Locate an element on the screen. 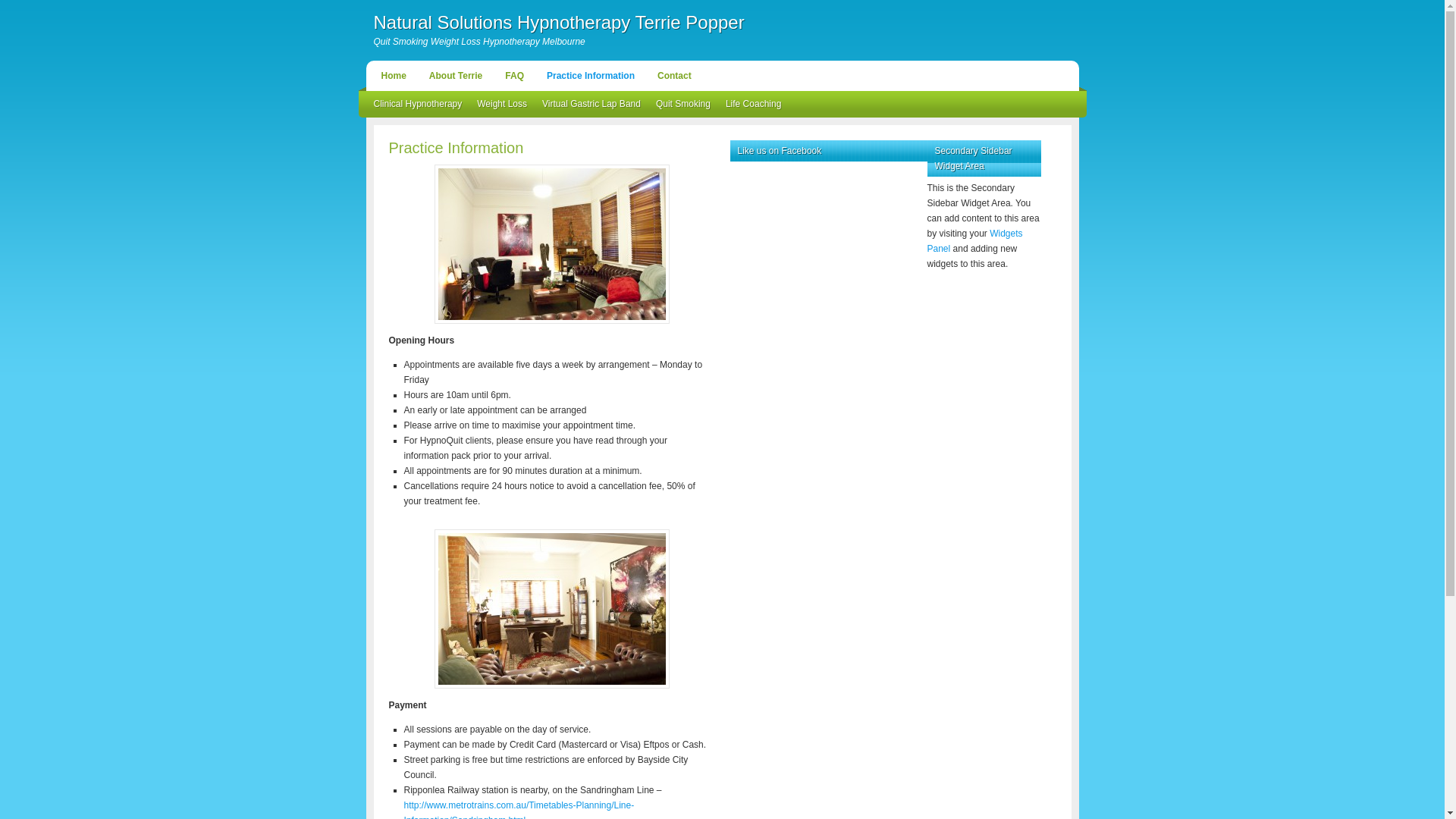 The image size is (1456, 819). 'Home' is located at coordinates (372, 76).